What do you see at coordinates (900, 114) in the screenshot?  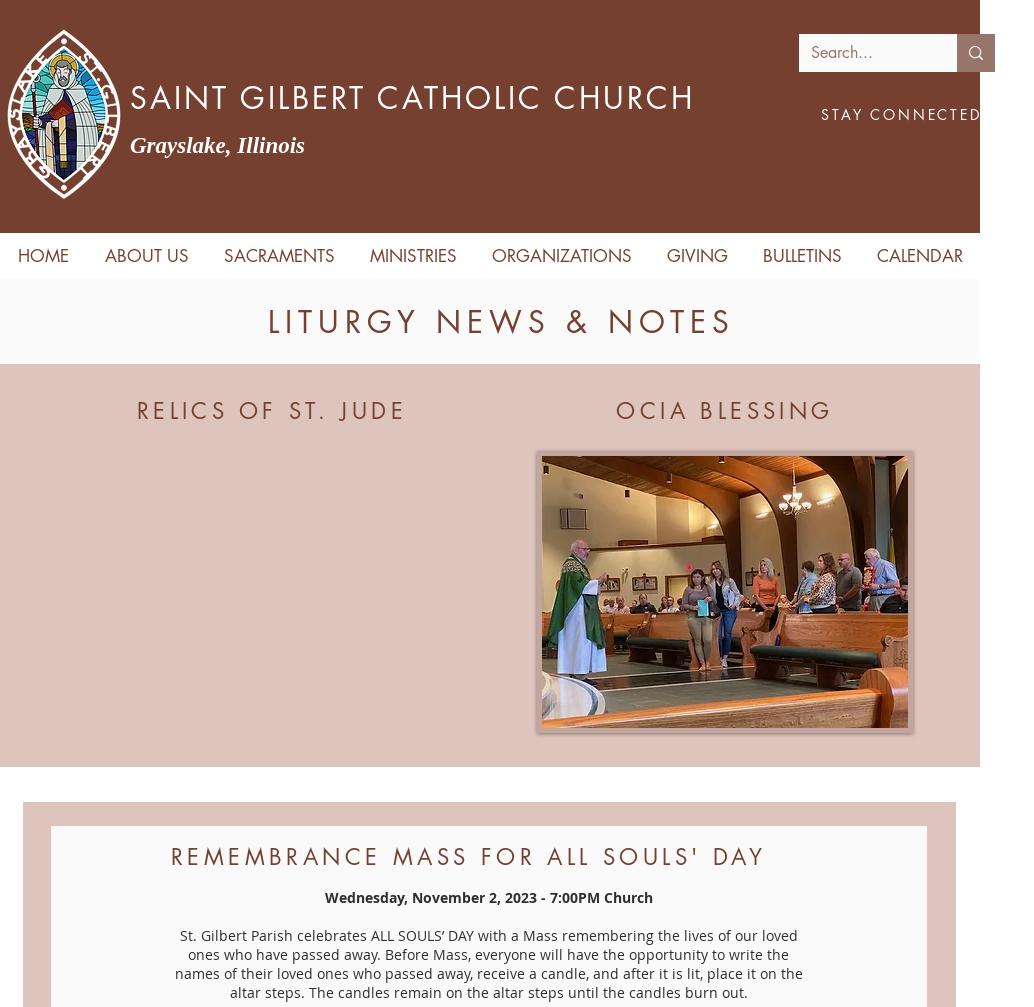 I see `'STAY CONNECTED'` at bounding box center [900, 114].